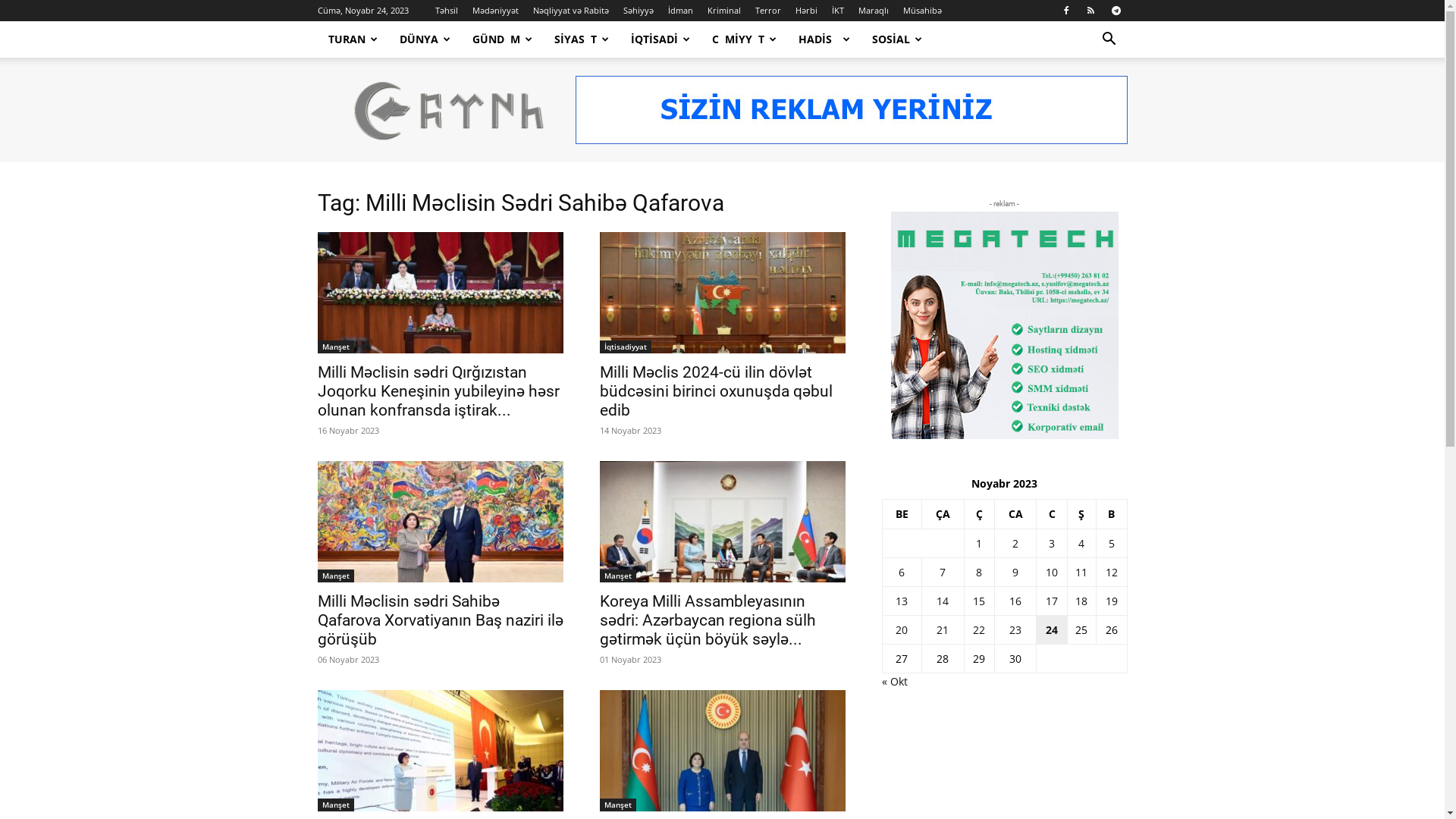 Image resolution: width=1456 pixels, height=819 pixels. I want to click on '3', so click(1047, 542).